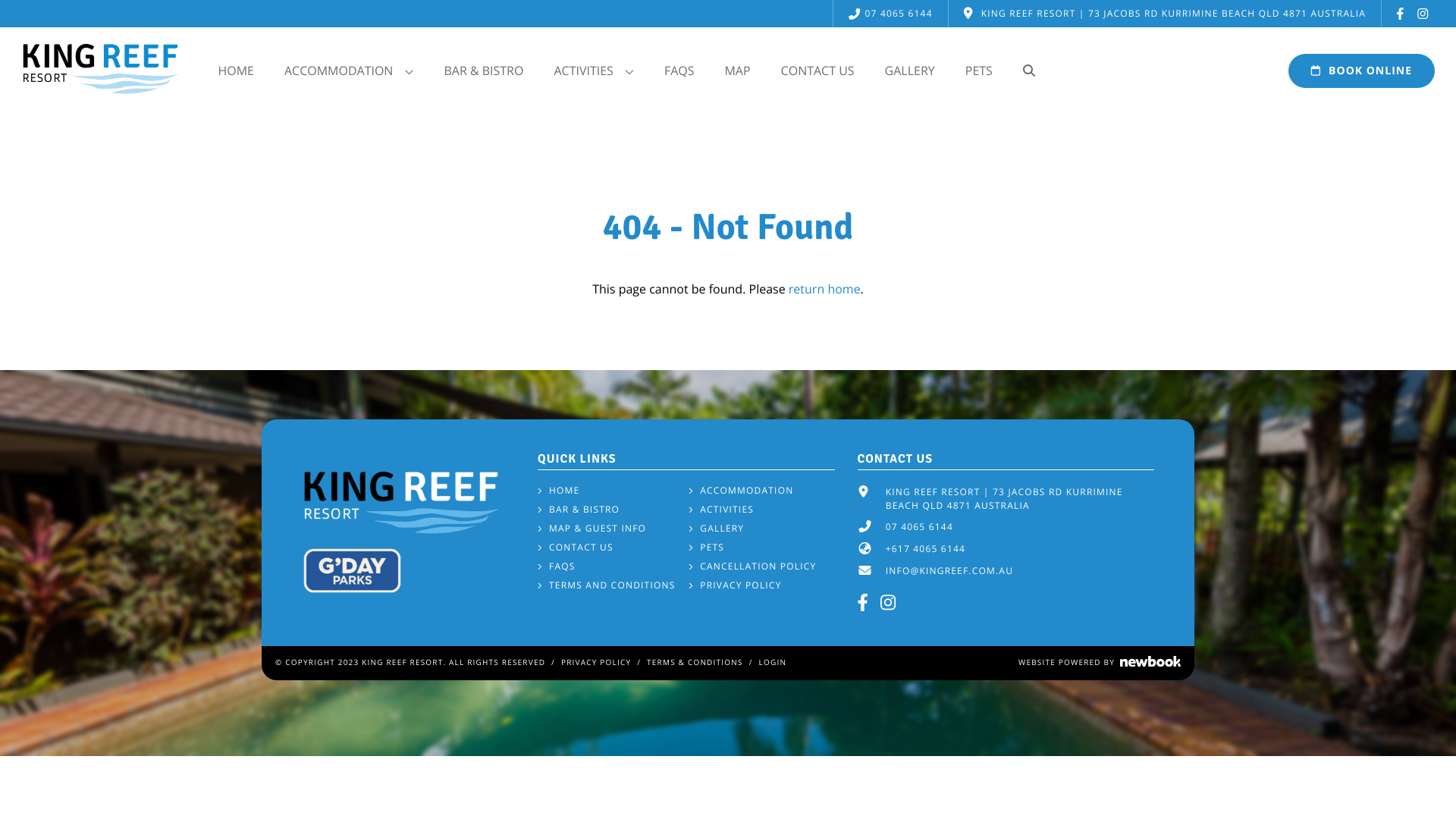 The height and width of the screenshot is (819, 1456). I want to click on 'GALLERY', so click(910, 70).